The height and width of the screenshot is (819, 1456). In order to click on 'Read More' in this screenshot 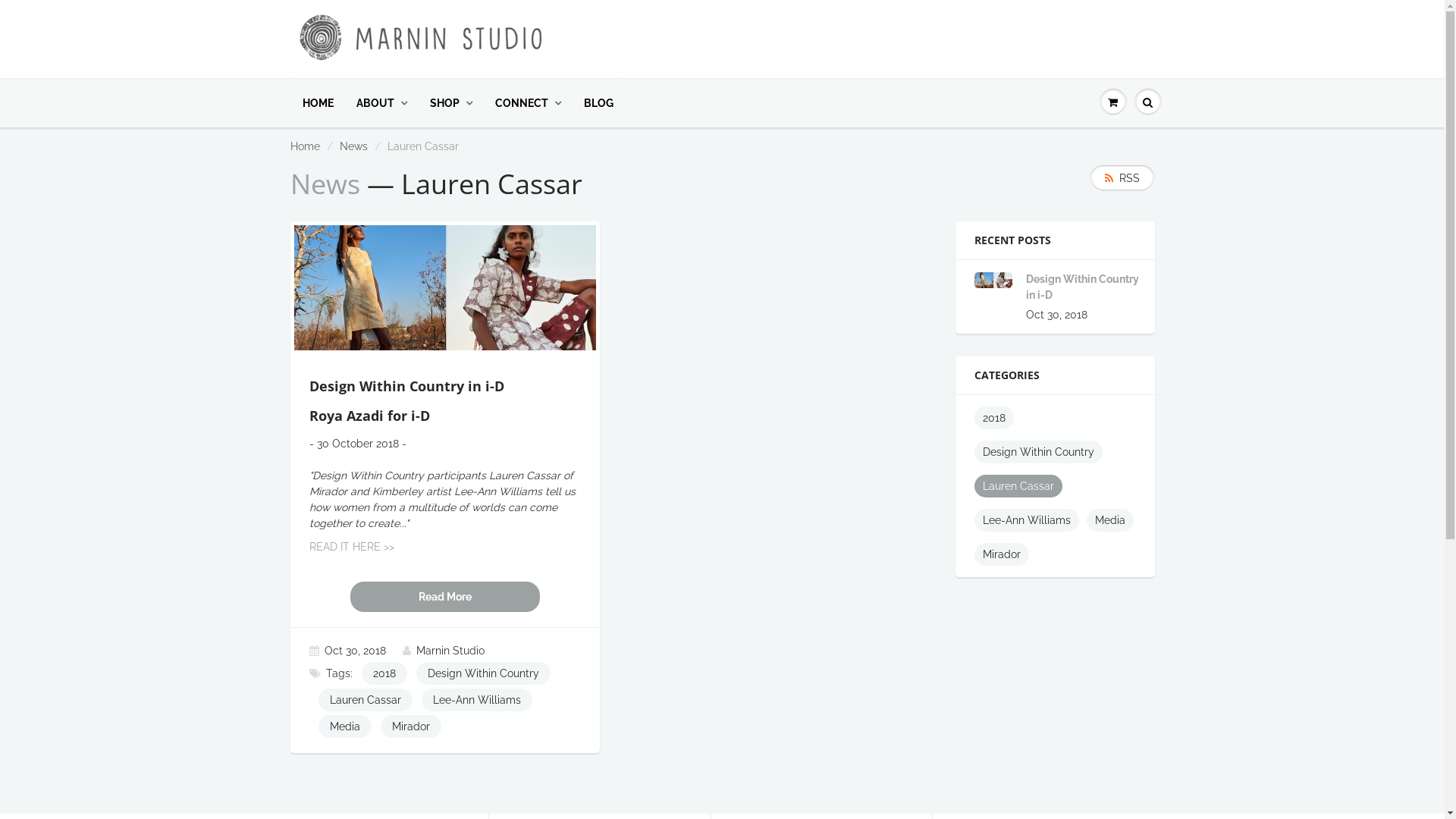, I will do `click(444, 595)`.